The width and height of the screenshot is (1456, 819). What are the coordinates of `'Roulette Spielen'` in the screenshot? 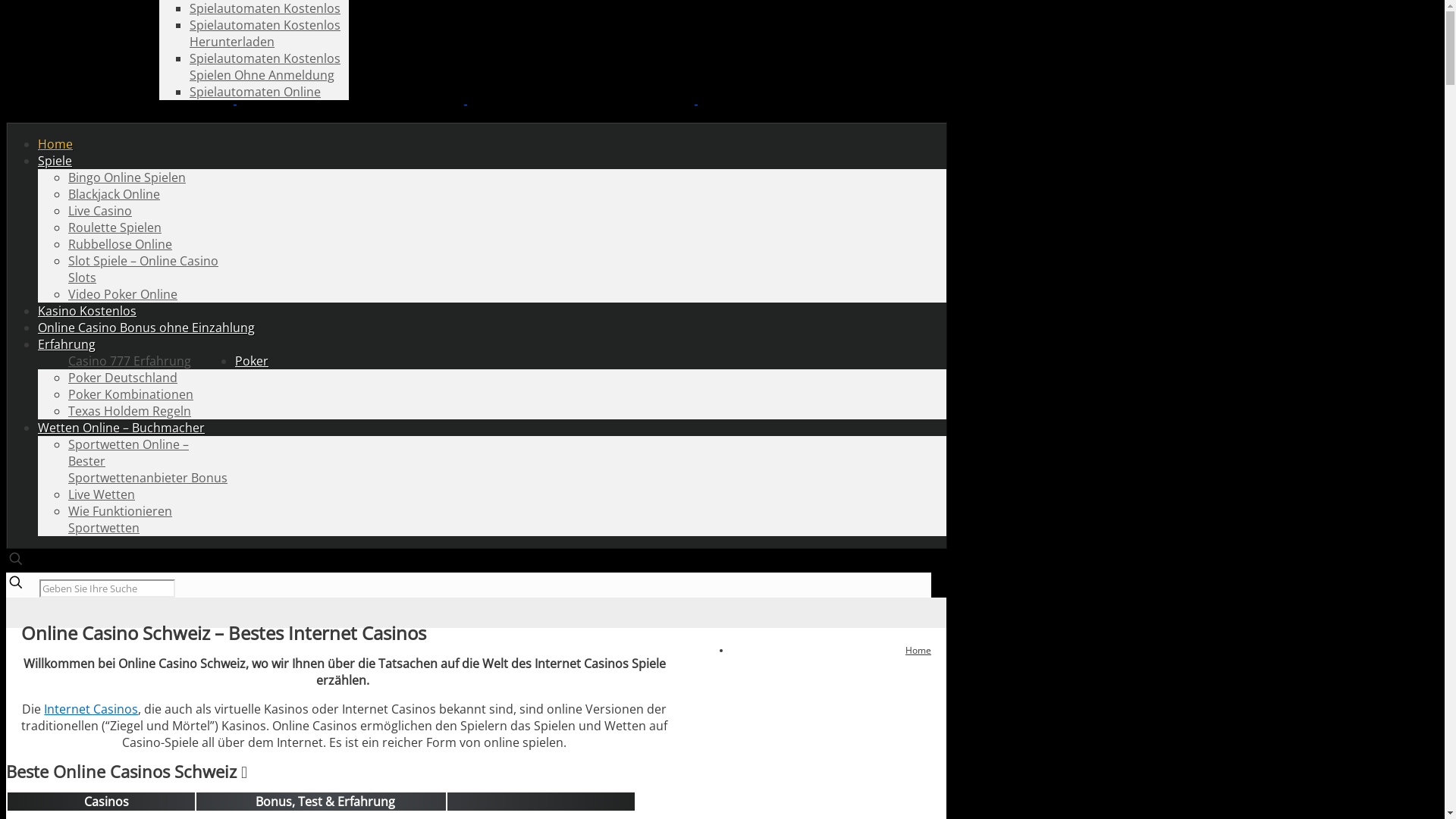 It's located at (114, 227).